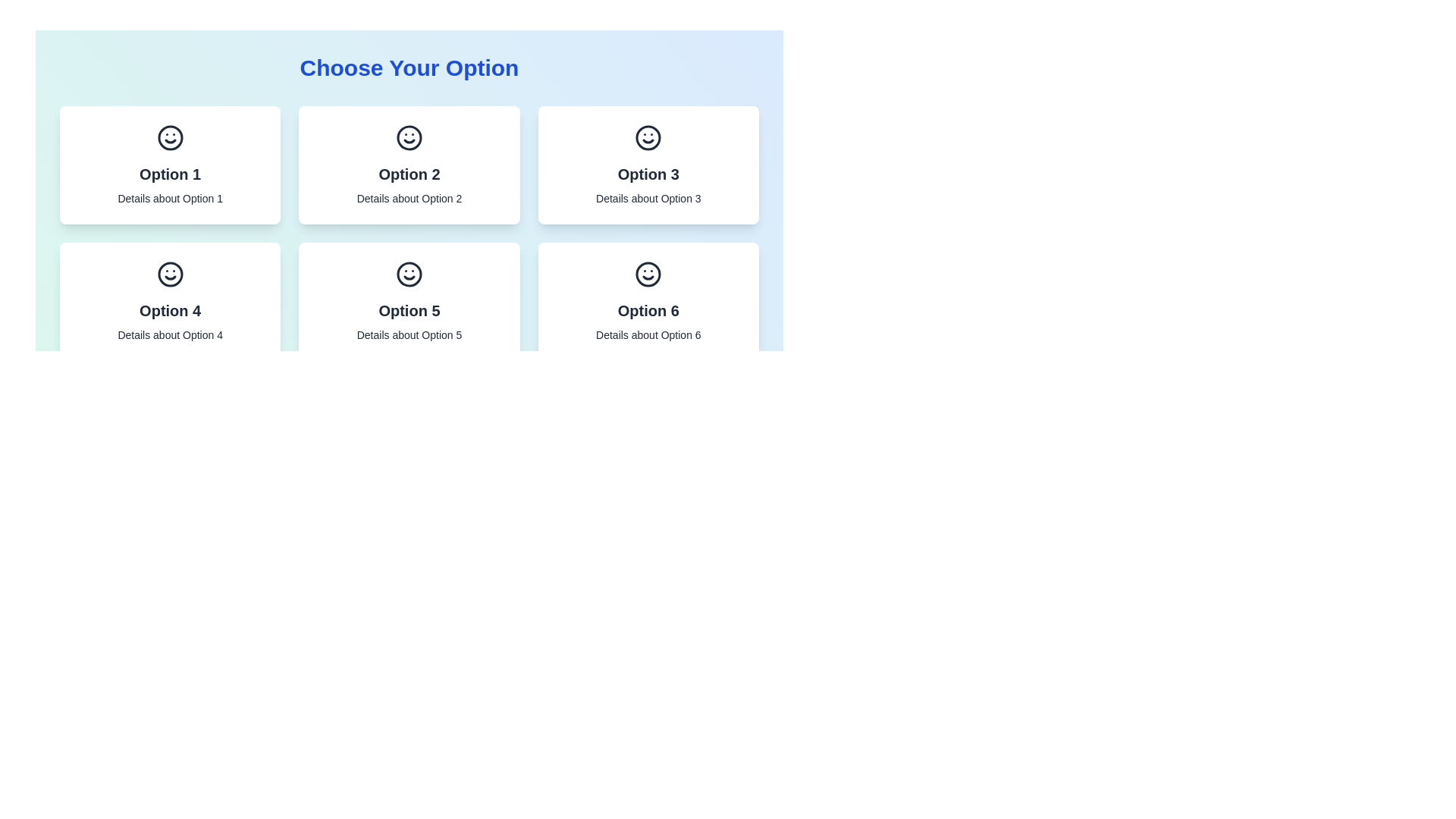 This screenshot has height=819, width=1456. What do you see at coordinates (409, 275) in the screenshot?
I see `the graphical icon (SVG circle with a smiley face) representing 'Option 5', located in the lower row, middle column of the grid layout` at bounding box center [409, 275].